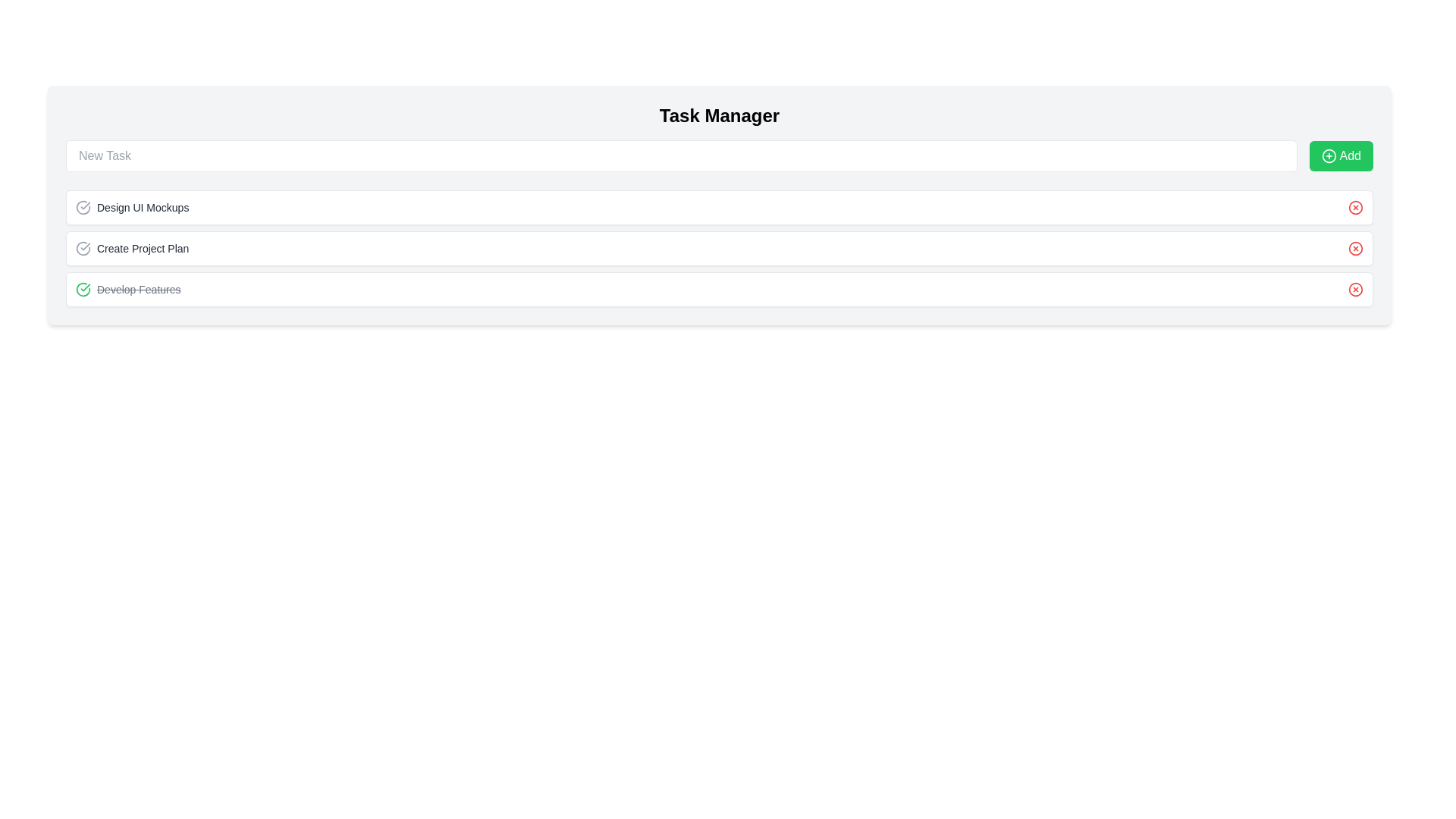  What do you see at coordinates (1328, 155) in the screenshot?
I see `the Button Icon located within the green 'Add' button on the right end of the input field for creating tasks` at bounding box center [1328, 155].